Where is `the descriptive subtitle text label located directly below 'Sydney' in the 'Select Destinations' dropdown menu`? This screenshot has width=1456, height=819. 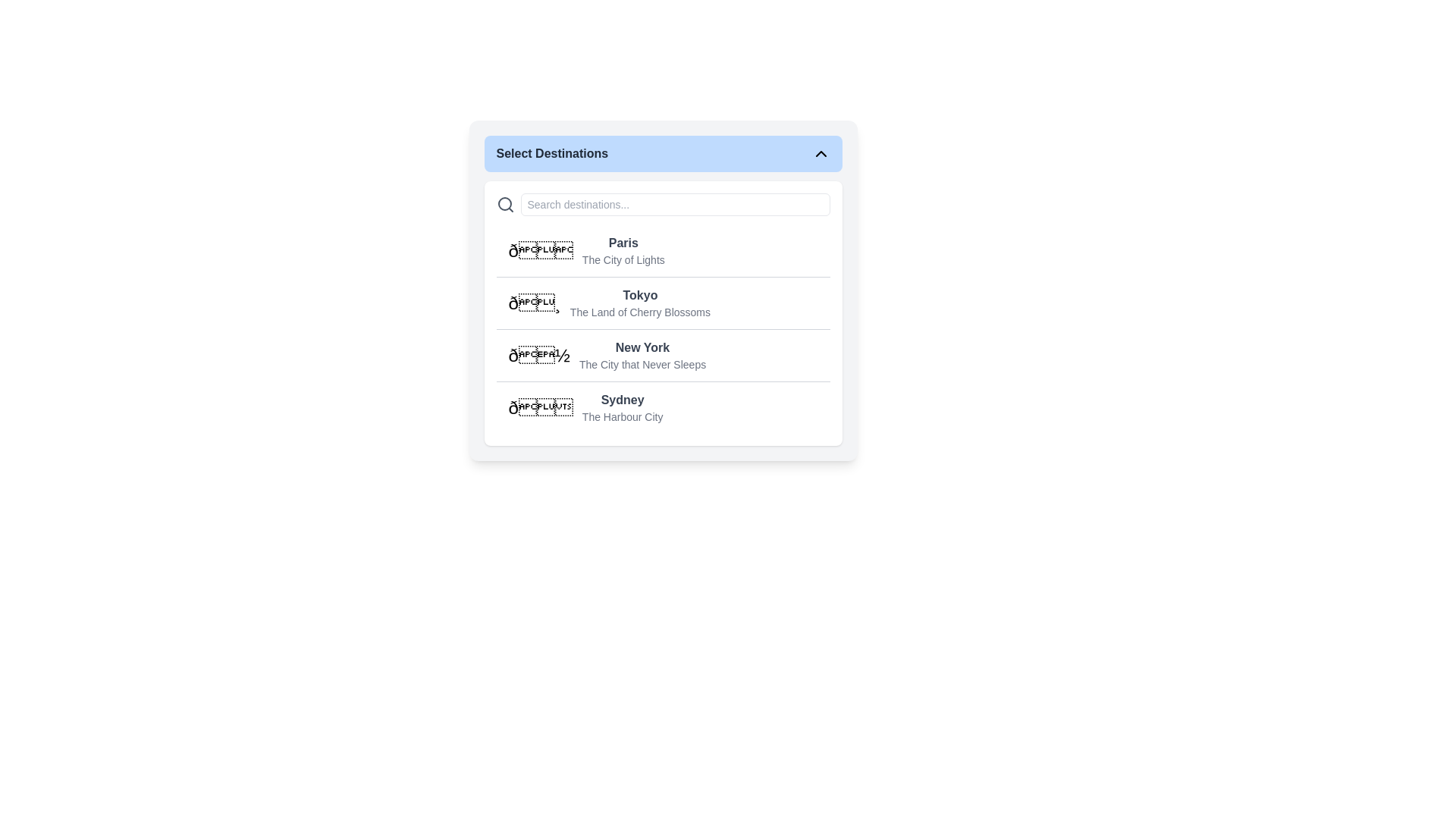
the descriptive subtitle text label located directly below 'Sydney' in the 'Select Destinations' dropdown menu is located at coordinates (623, 417).